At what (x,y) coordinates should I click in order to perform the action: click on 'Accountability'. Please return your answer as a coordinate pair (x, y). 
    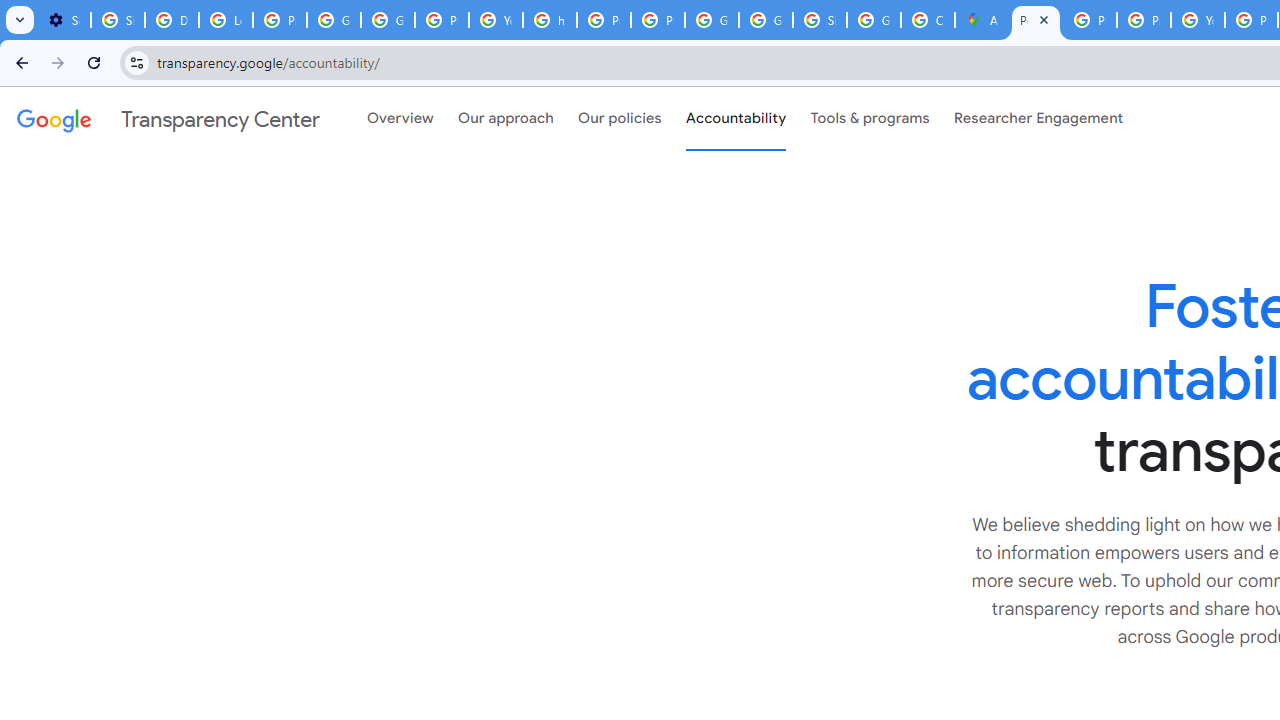
    Looking at the image, I should click on (735, 119).